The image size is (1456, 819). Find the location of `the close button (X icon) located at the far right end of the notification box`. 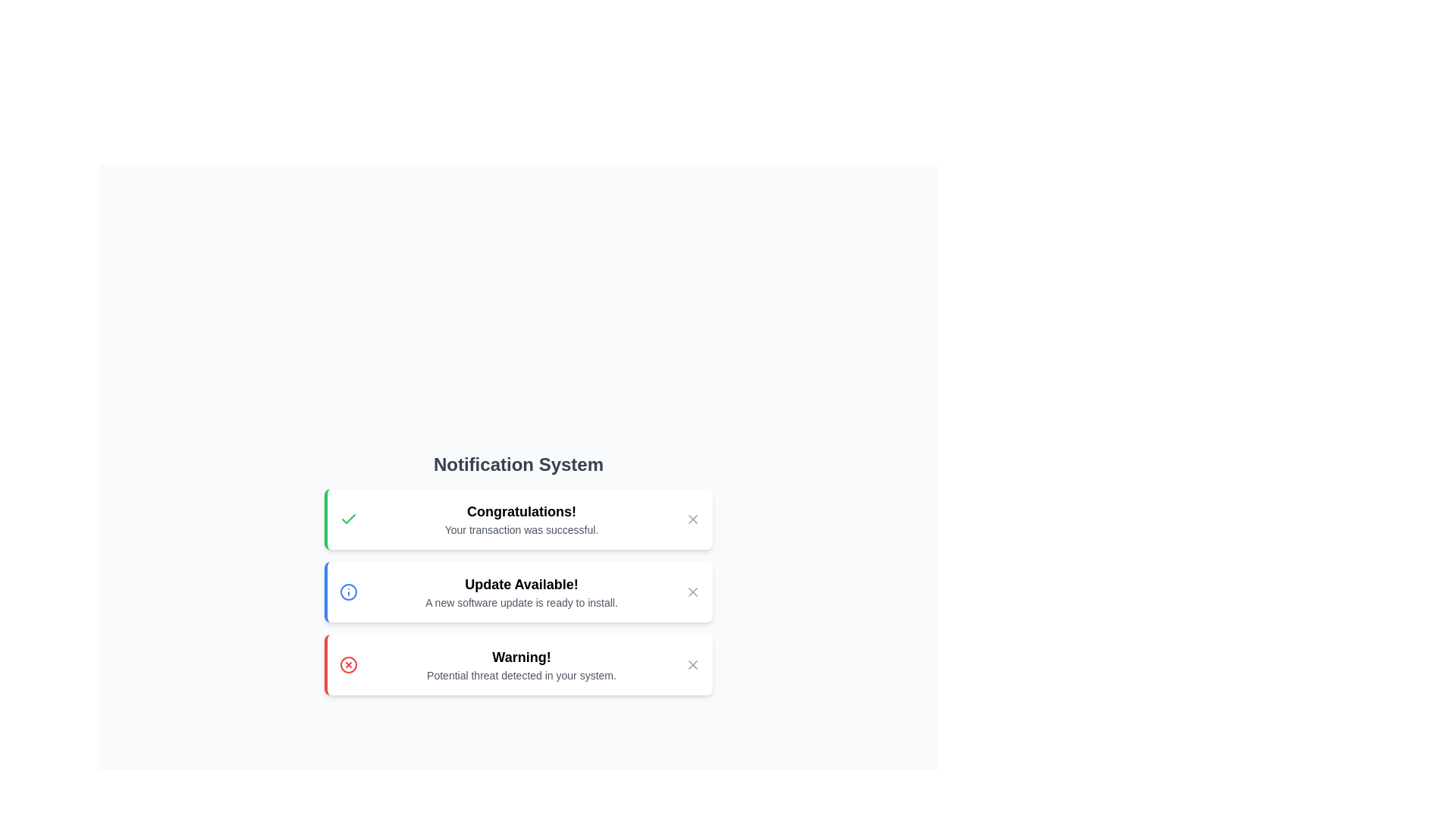

the close button (X icon) located at the far right end of the notification box is located at coordinates (692, 664).